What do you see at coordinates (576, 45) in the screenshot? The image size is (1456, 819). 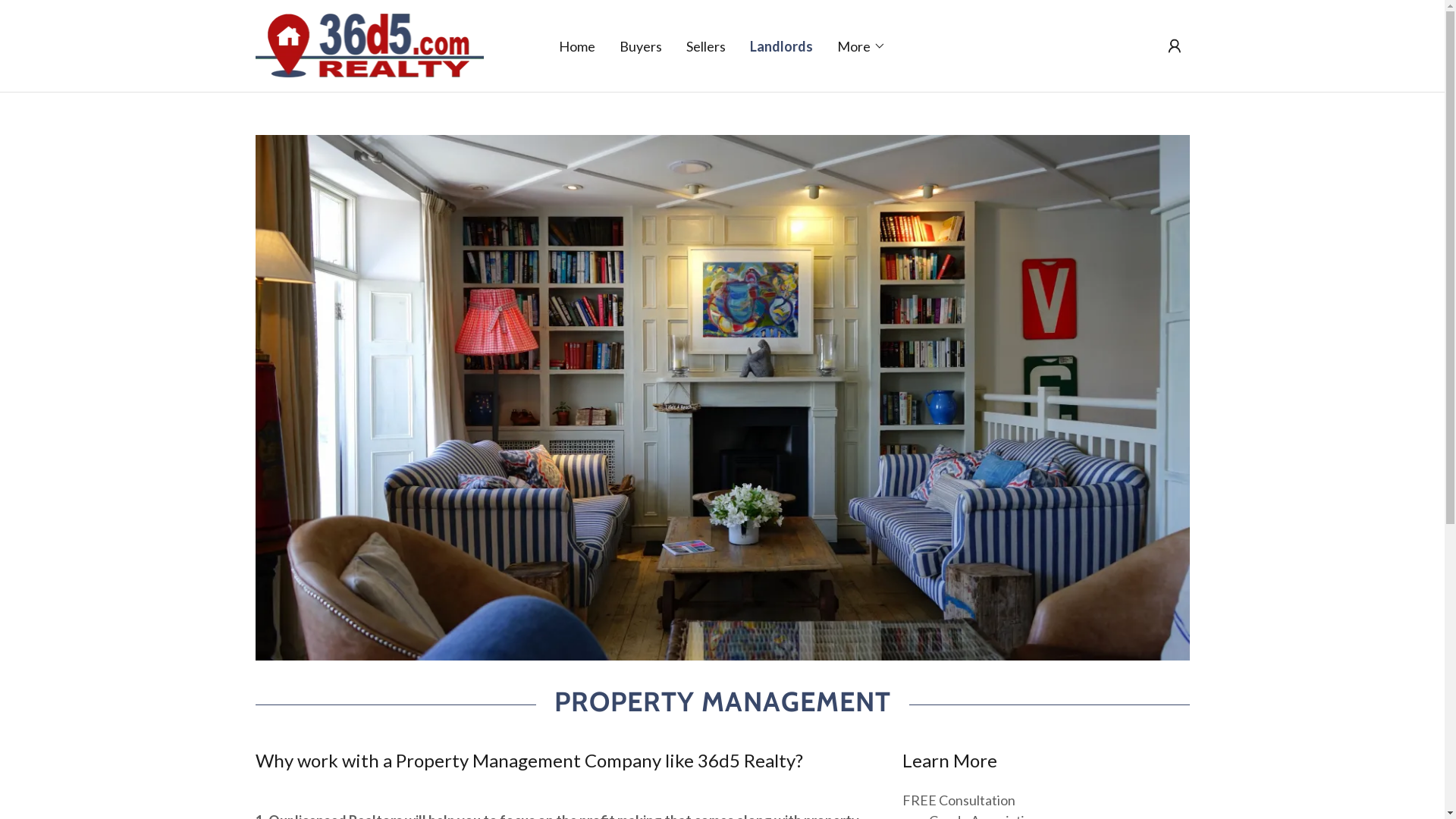 I see `'Home'` at bounding box center [576, 45].